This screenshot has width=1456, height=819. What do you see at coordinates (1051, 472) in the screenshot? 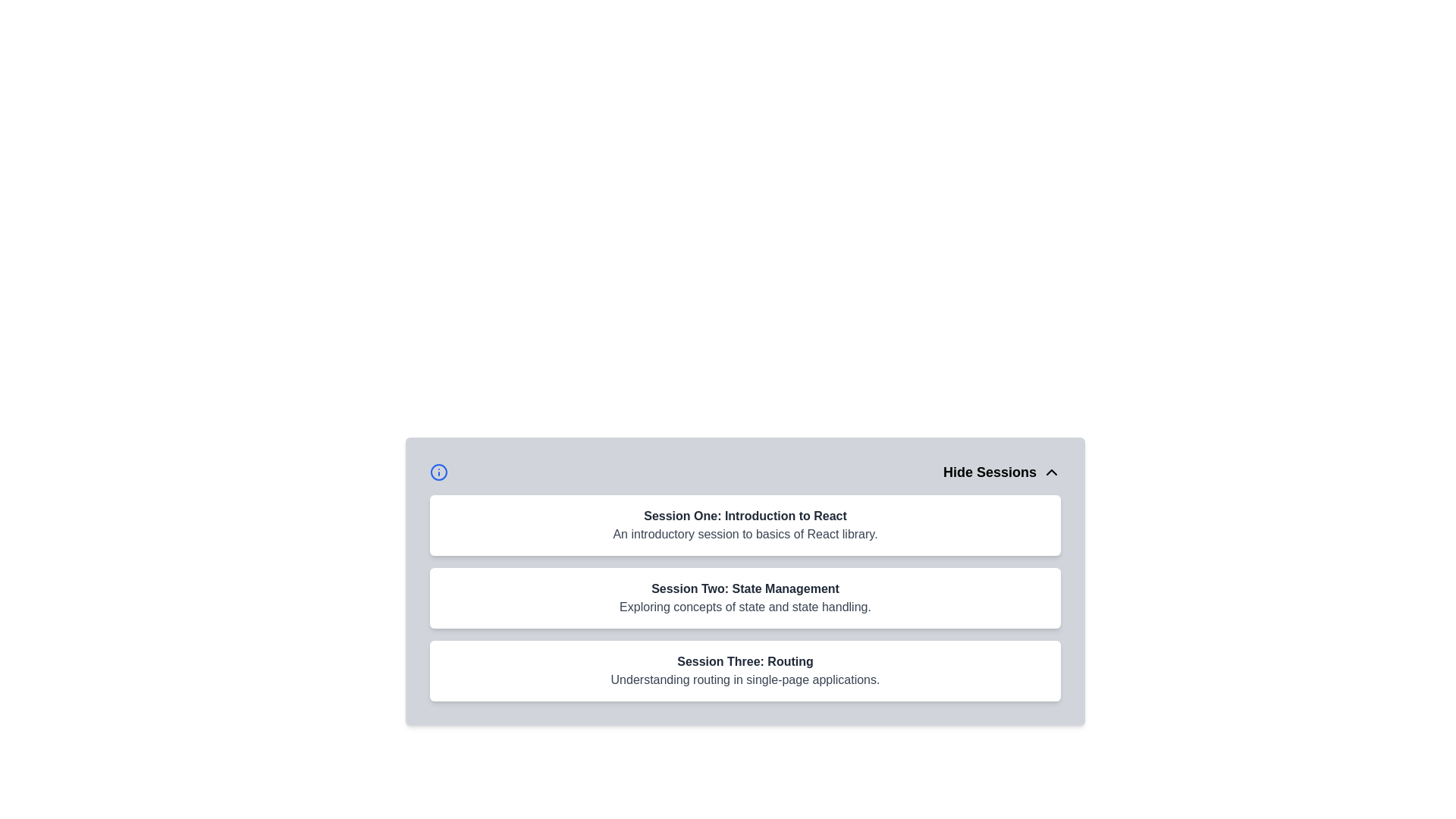
I see `the Chevron-Down Arrow icon located to the right of the 'Hide Sessions' text` at bounding box center [1051, 472].